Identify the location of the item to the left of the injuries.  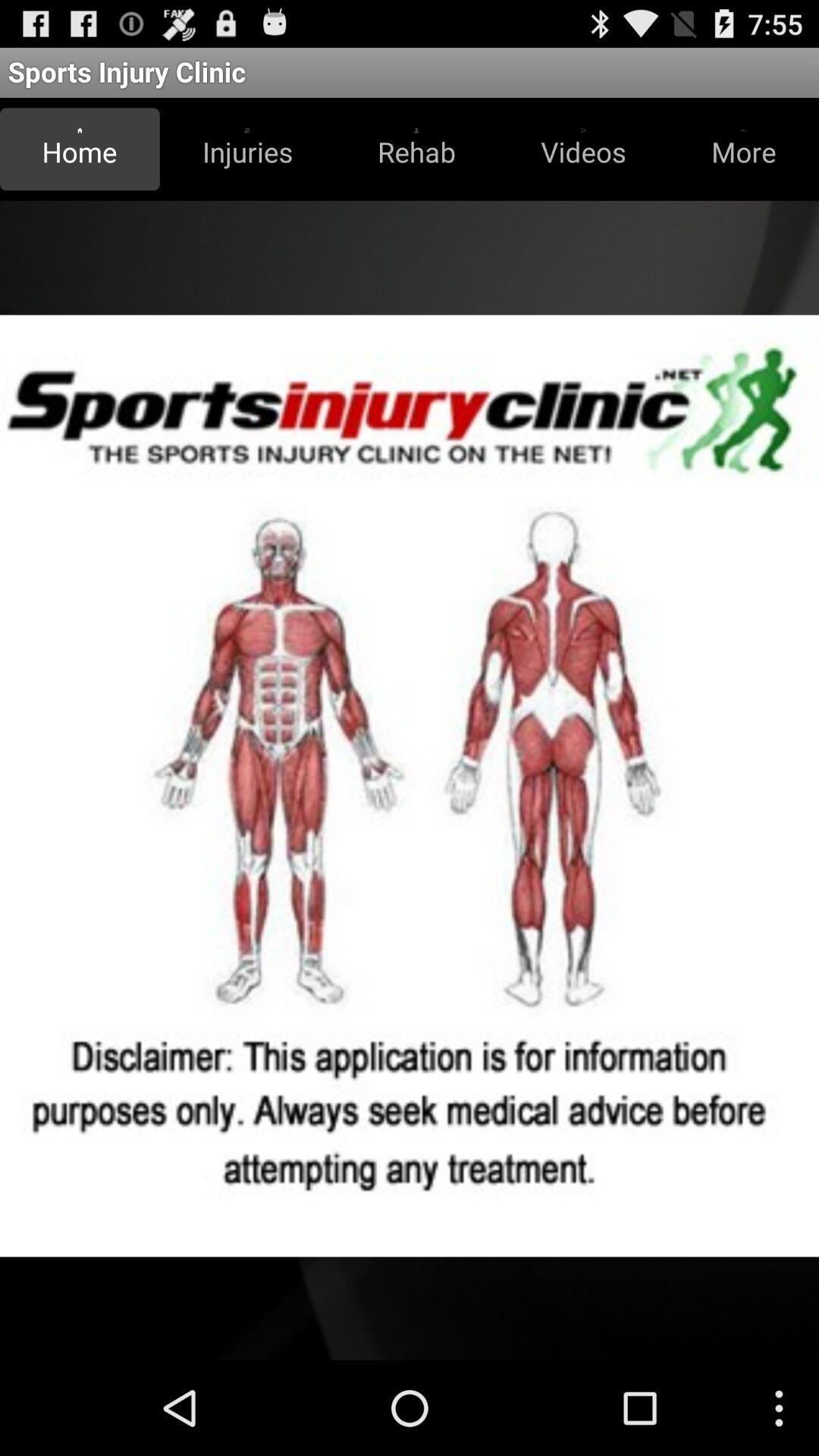
(80, 149).